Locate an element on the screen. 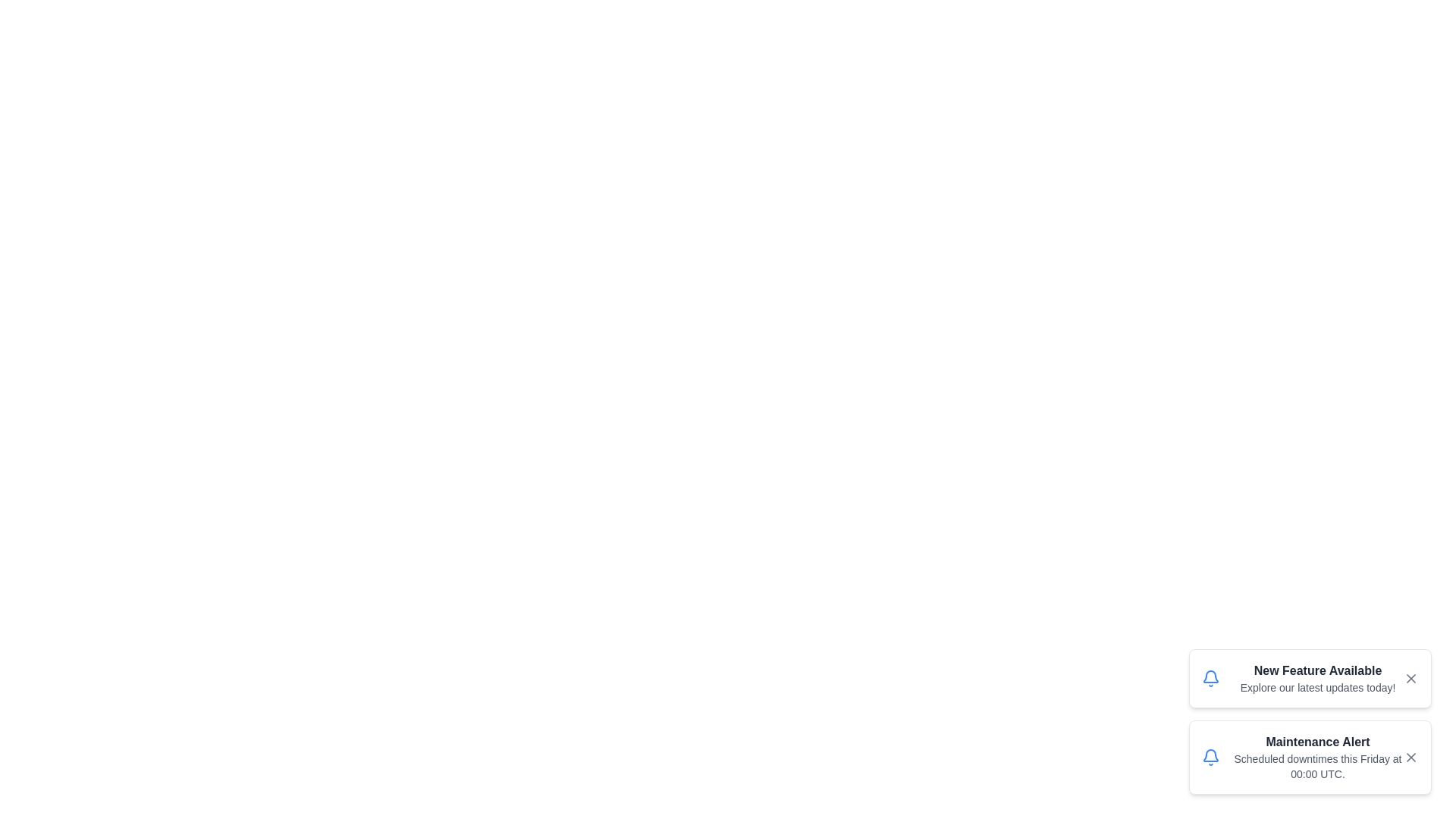 The height and width of the screenshot is (819, 1456). the notification panel area to observe hover effects is located at coordinates (1310, 721).